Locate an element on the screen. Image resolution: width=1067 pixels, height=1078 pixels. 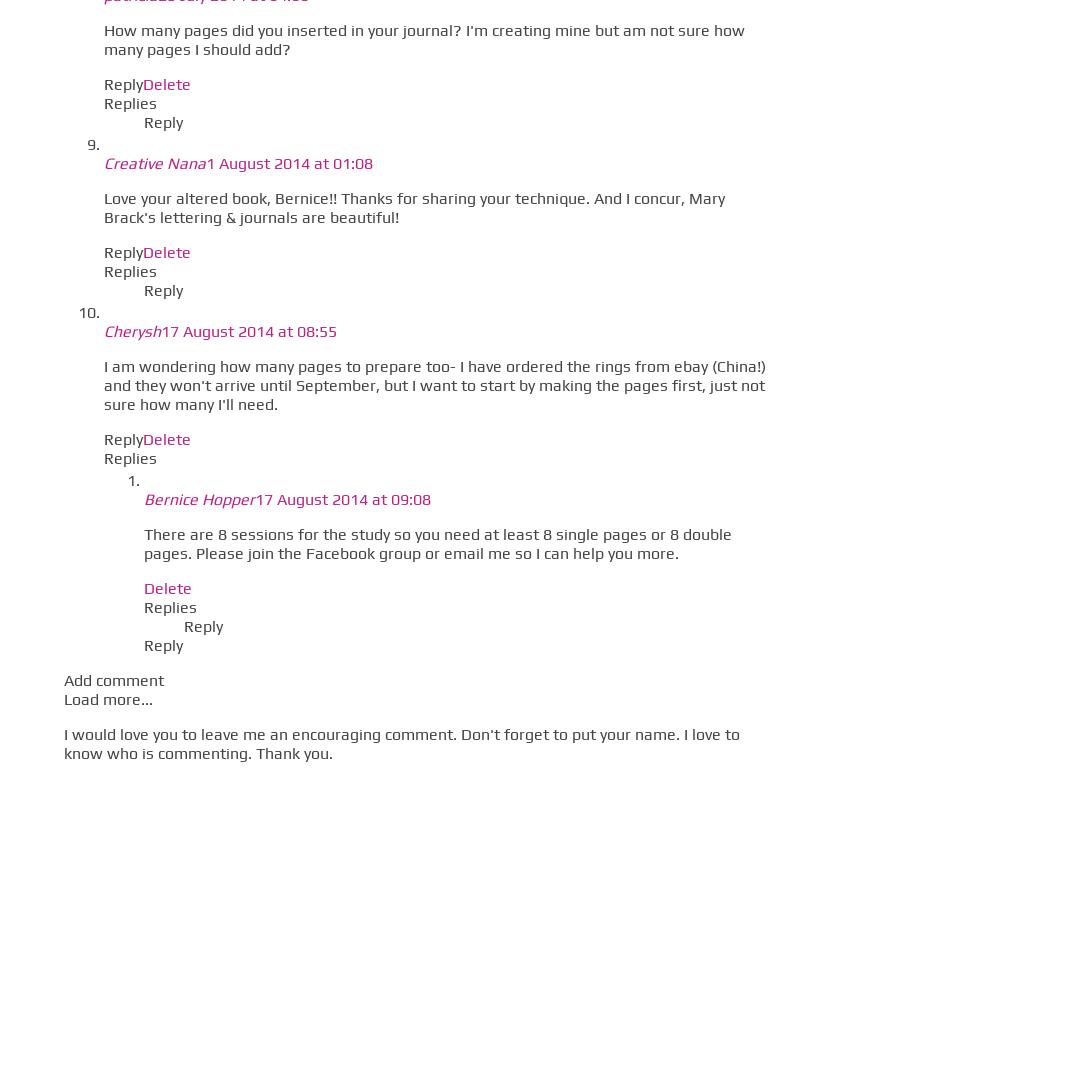
'Love your altered book, Bernice!! Thanks for sharing your technique. And I concur, Mary Brack's lettering & journals are beautiful!' is located at coordinates (413, 206).